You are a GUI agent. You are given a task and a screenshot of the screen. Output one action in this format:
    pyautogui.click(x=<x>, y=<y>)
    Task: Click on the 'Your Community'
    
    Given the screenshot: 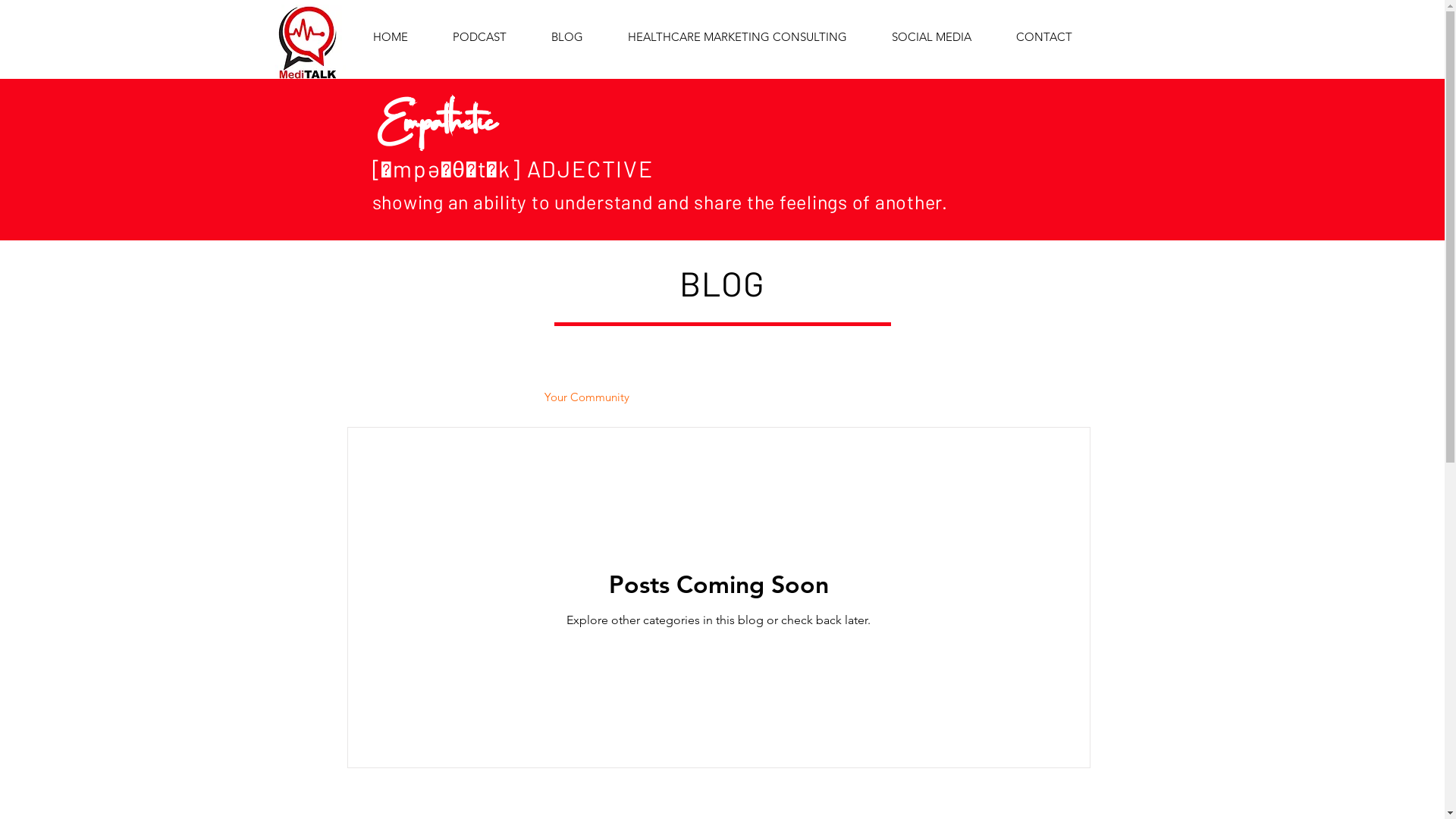 What is the action you would take?
    pyautogui.click(x=544, y=396)
    